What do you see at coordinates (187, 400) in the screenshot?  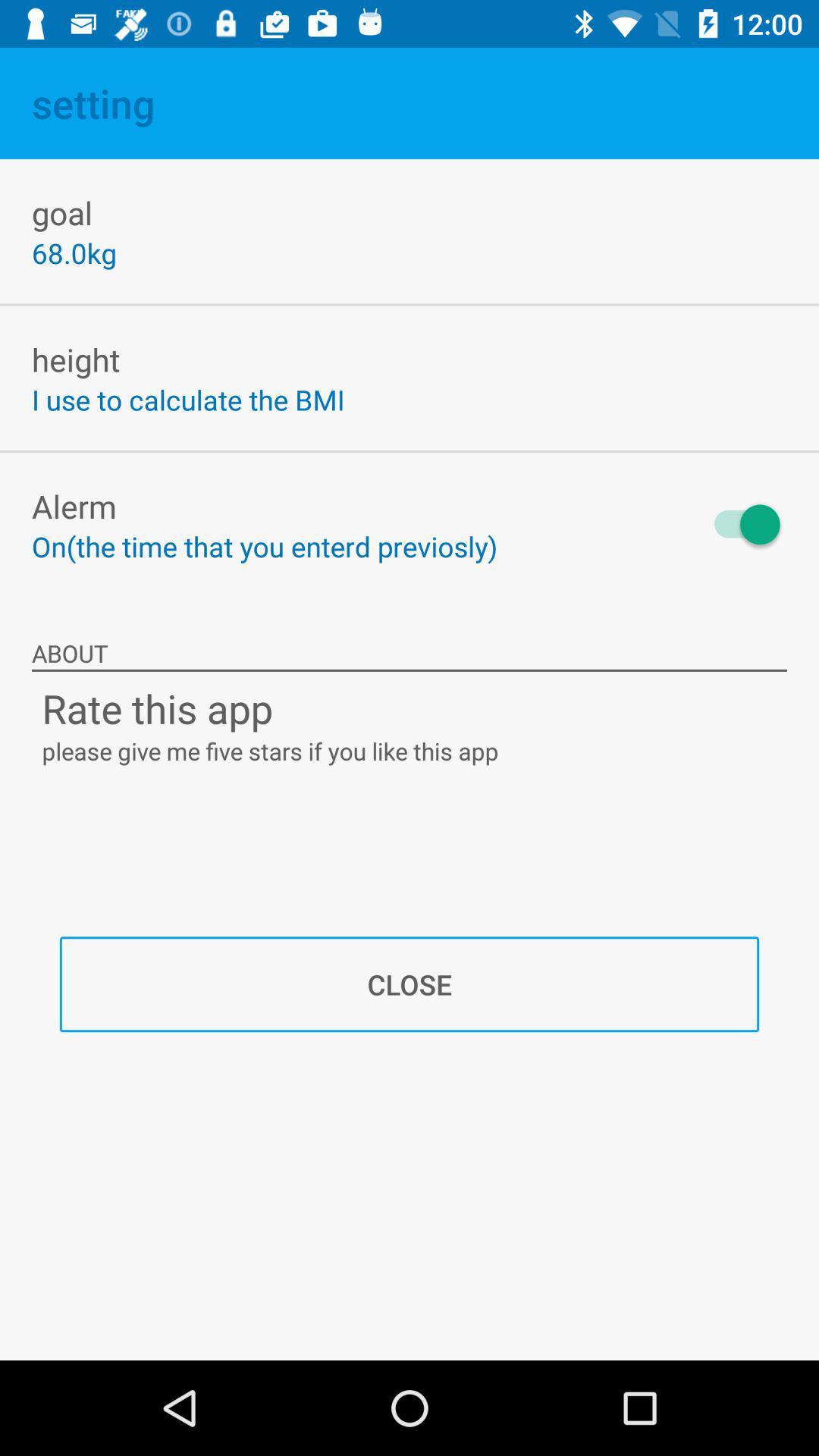 I see `item above alerm` at bounding box center [187, 400].